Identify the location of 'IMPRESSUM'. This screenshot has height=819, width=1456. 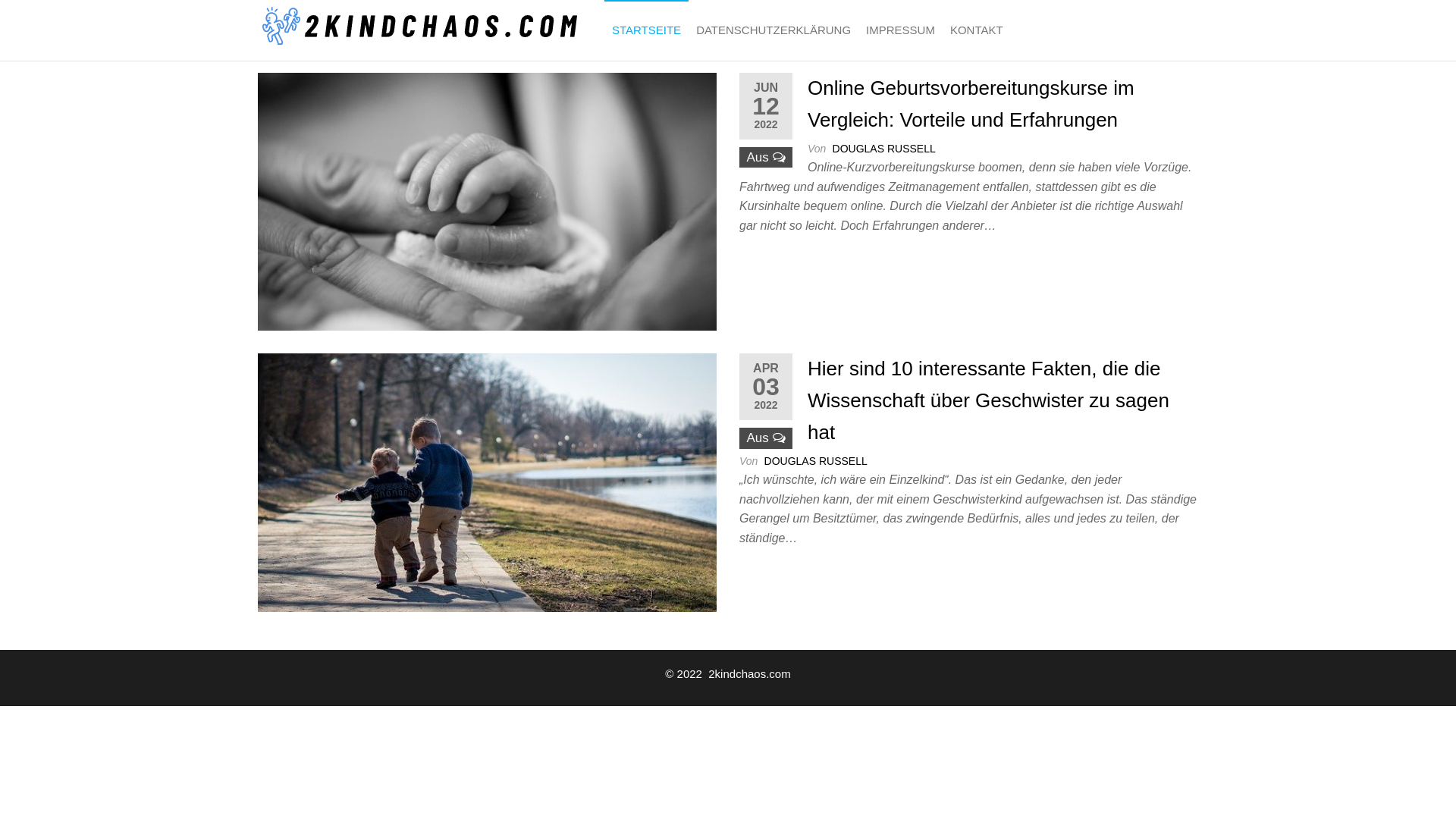
(900, 30).